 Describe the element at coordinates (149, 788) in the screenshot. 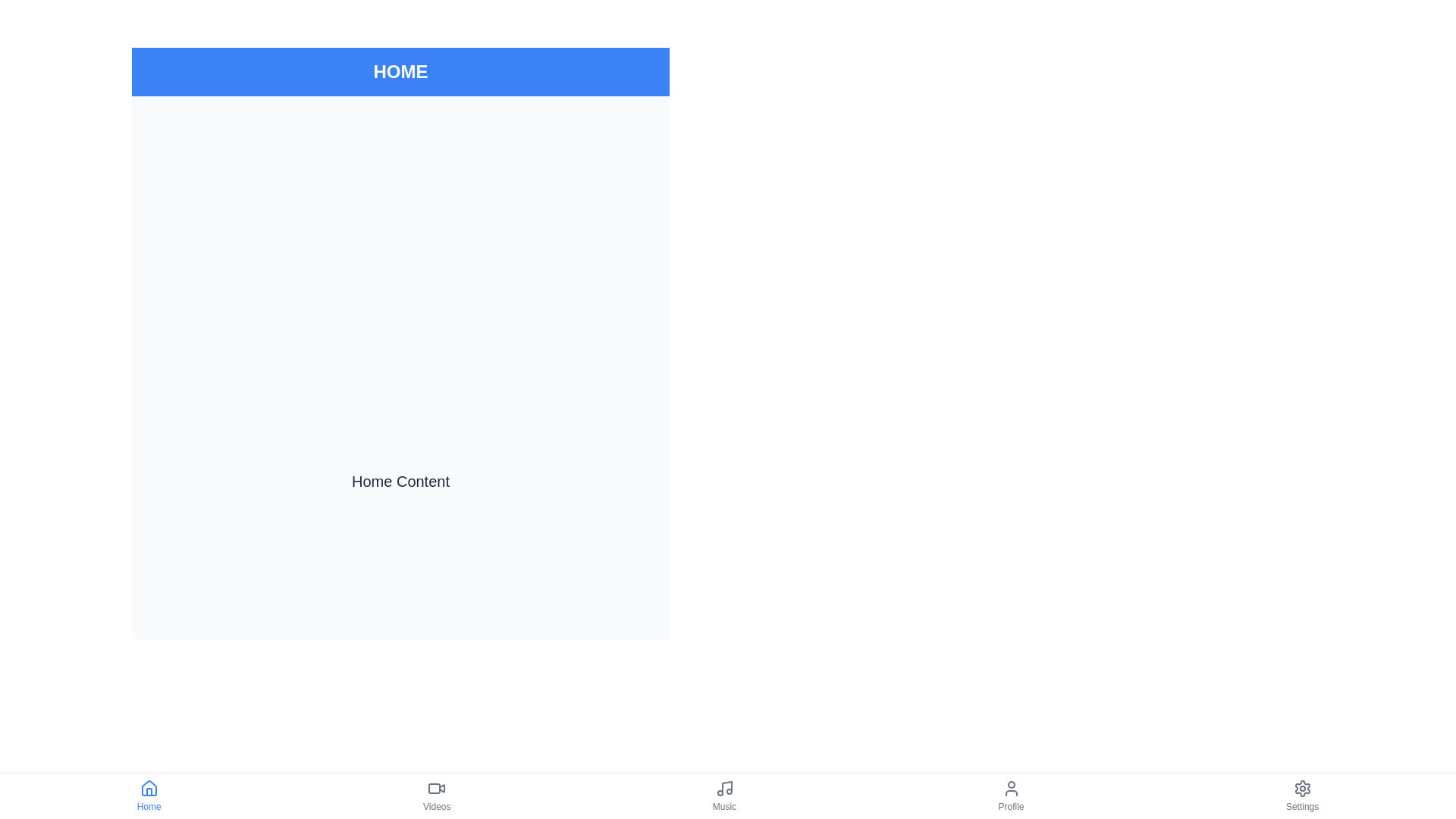

I see `the small house icon, which is styled in blue and located in the bottom navigation bar under the 'Home' text` at that location.